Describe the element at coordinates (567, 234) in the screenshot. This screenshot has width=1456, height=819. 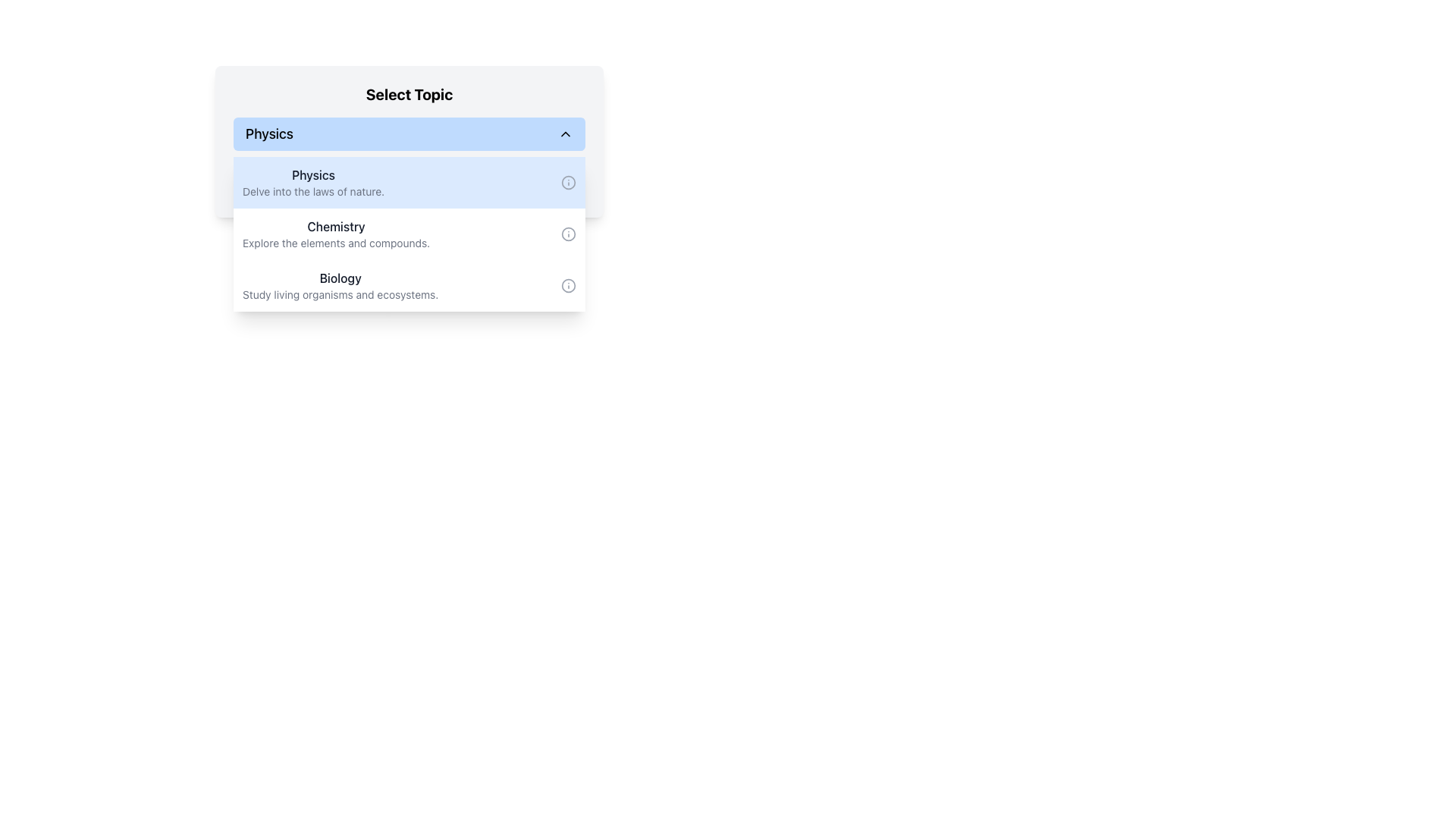
I see `the circular SVG element that is part of the 'info' icon, positioned to the right of the 'Chemistry' label in the dropdown menu` at that location.